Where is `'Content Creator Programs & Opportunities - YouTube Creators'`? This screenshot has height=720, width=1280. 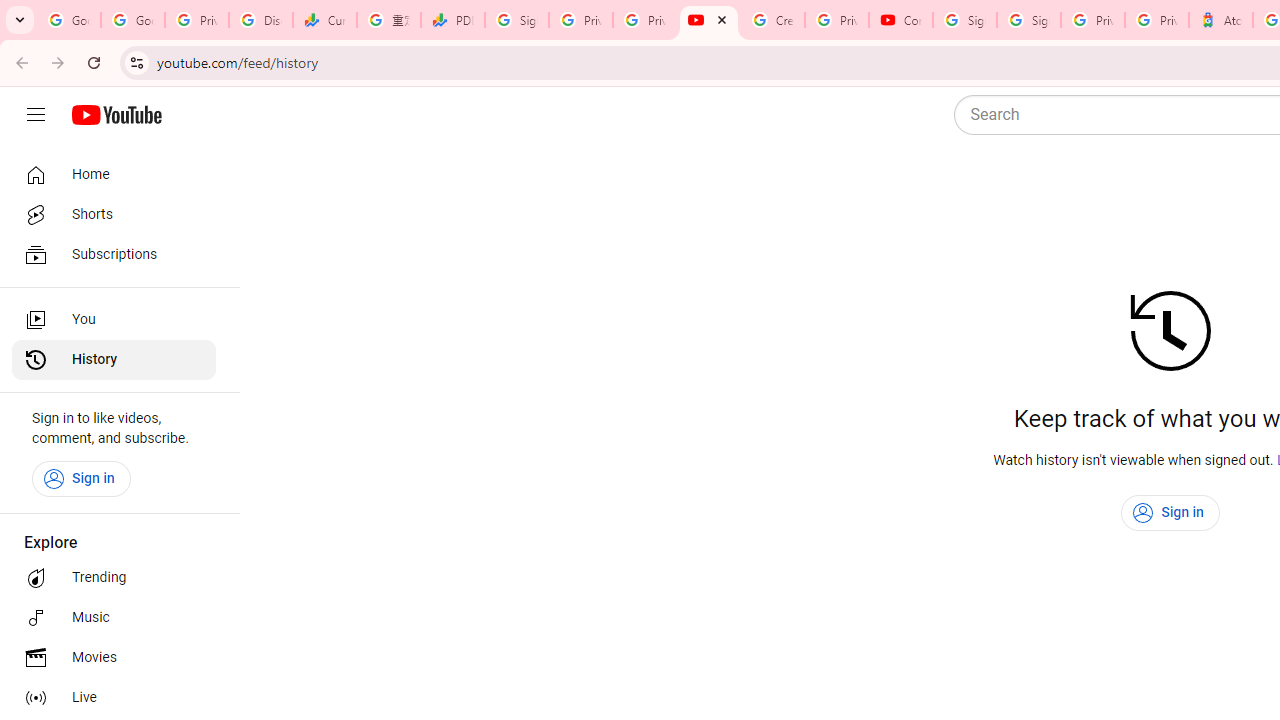 'Content Creator Programs & Opportunities - YouTube Creators' is located at coordinates (900, 20).